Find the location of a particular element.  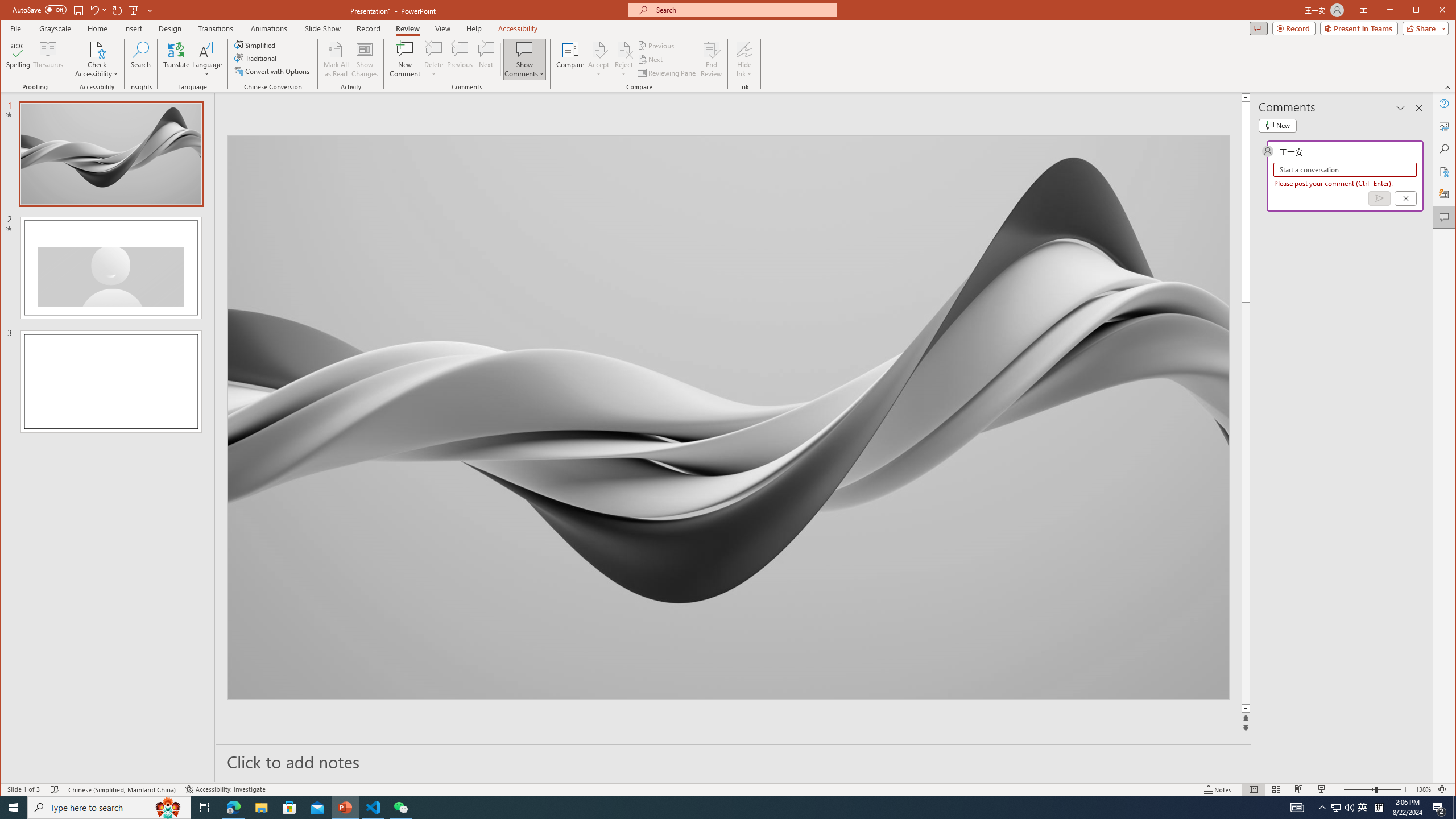

'Accept Change' is located at coordinates (598, 48).